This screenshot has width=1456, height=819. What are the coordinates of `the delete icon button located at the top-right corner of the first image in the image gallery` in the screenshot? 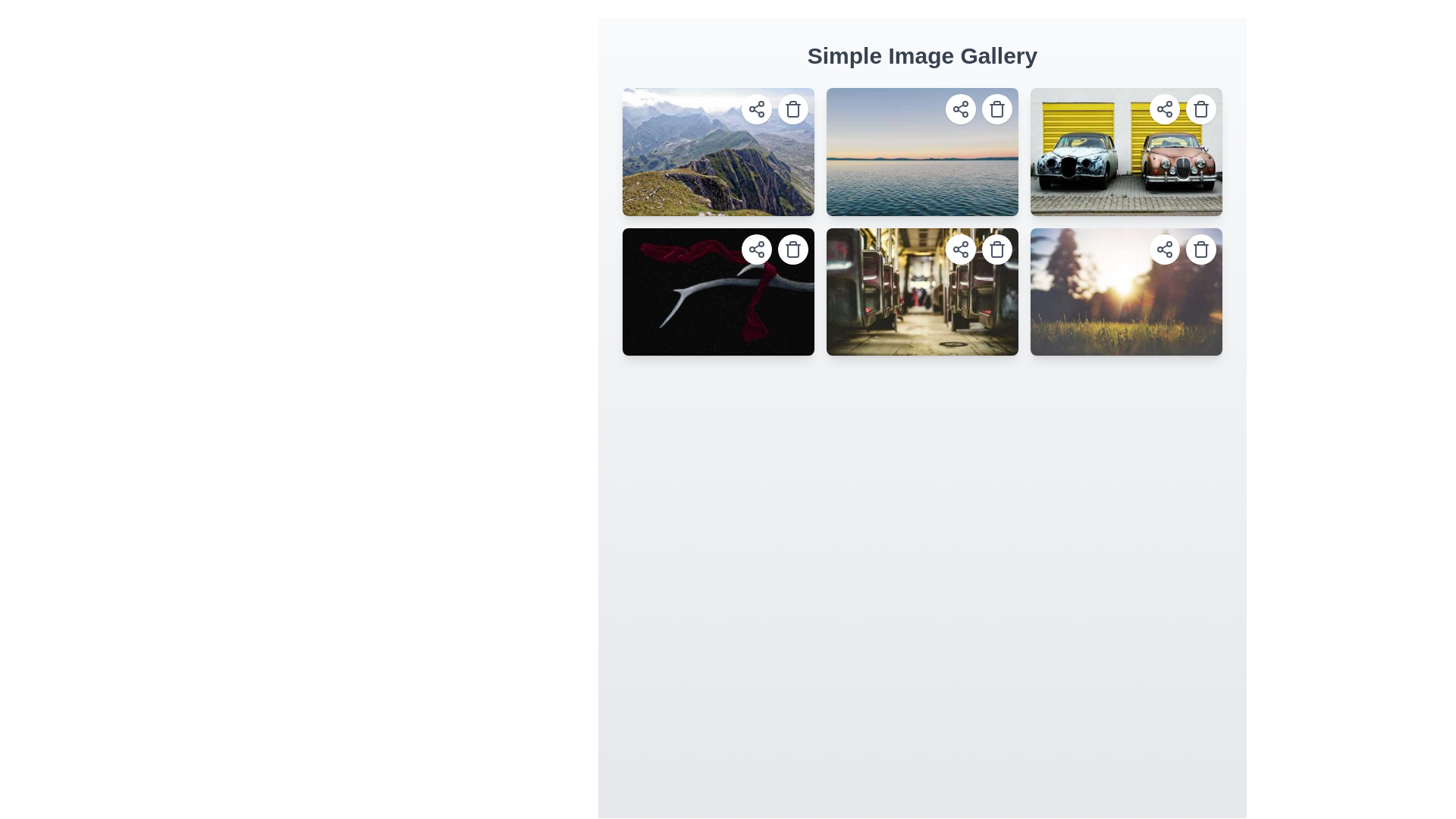 It's located at (792, 108).